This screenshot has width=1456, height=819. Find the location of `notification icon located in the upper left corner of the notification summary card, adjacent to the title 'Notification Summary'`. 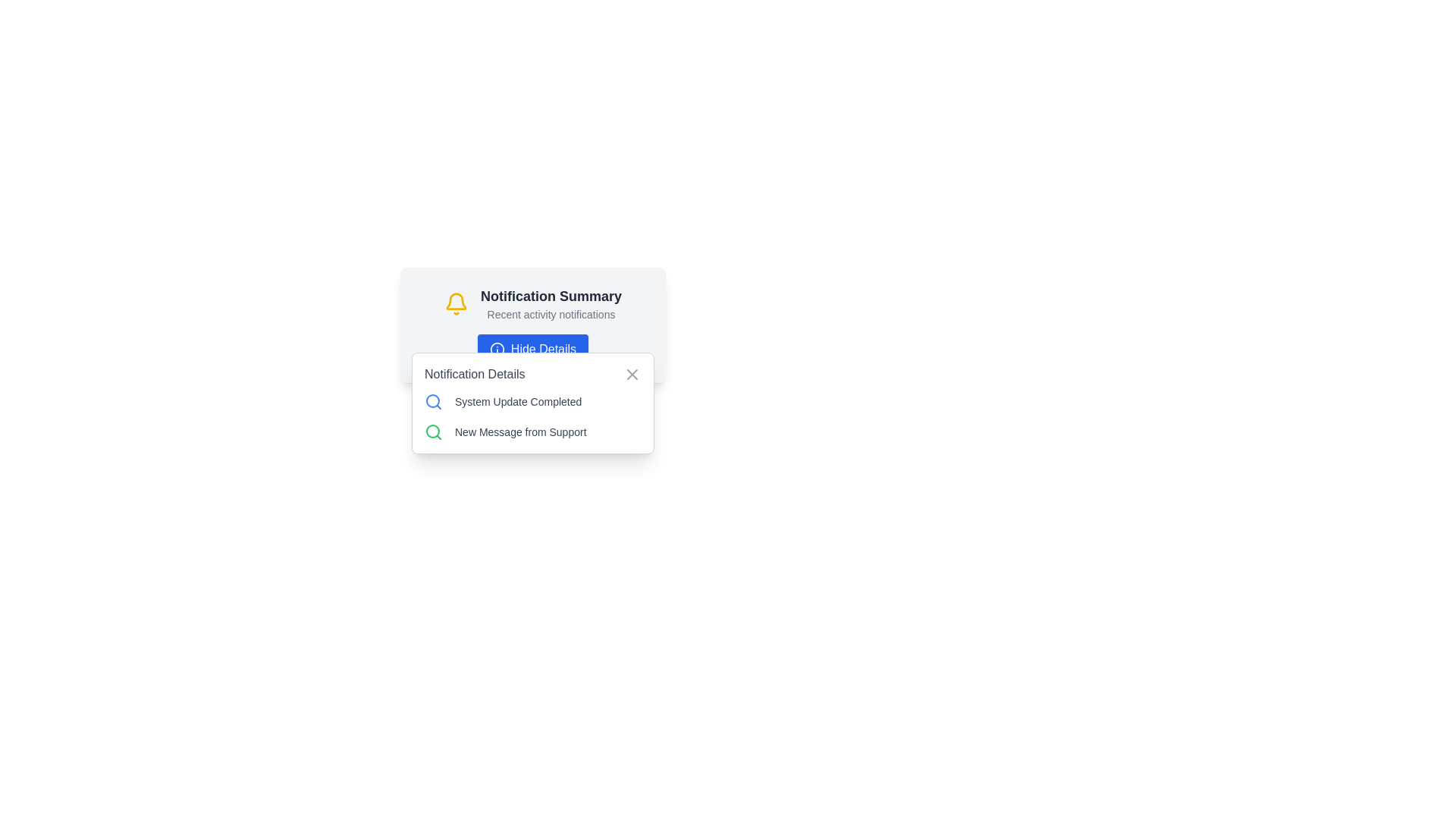

notification icon located in the upper left corner of the notification summary card, adjacent to the title 'Notification Summary' is located at coordinates (455, 304).